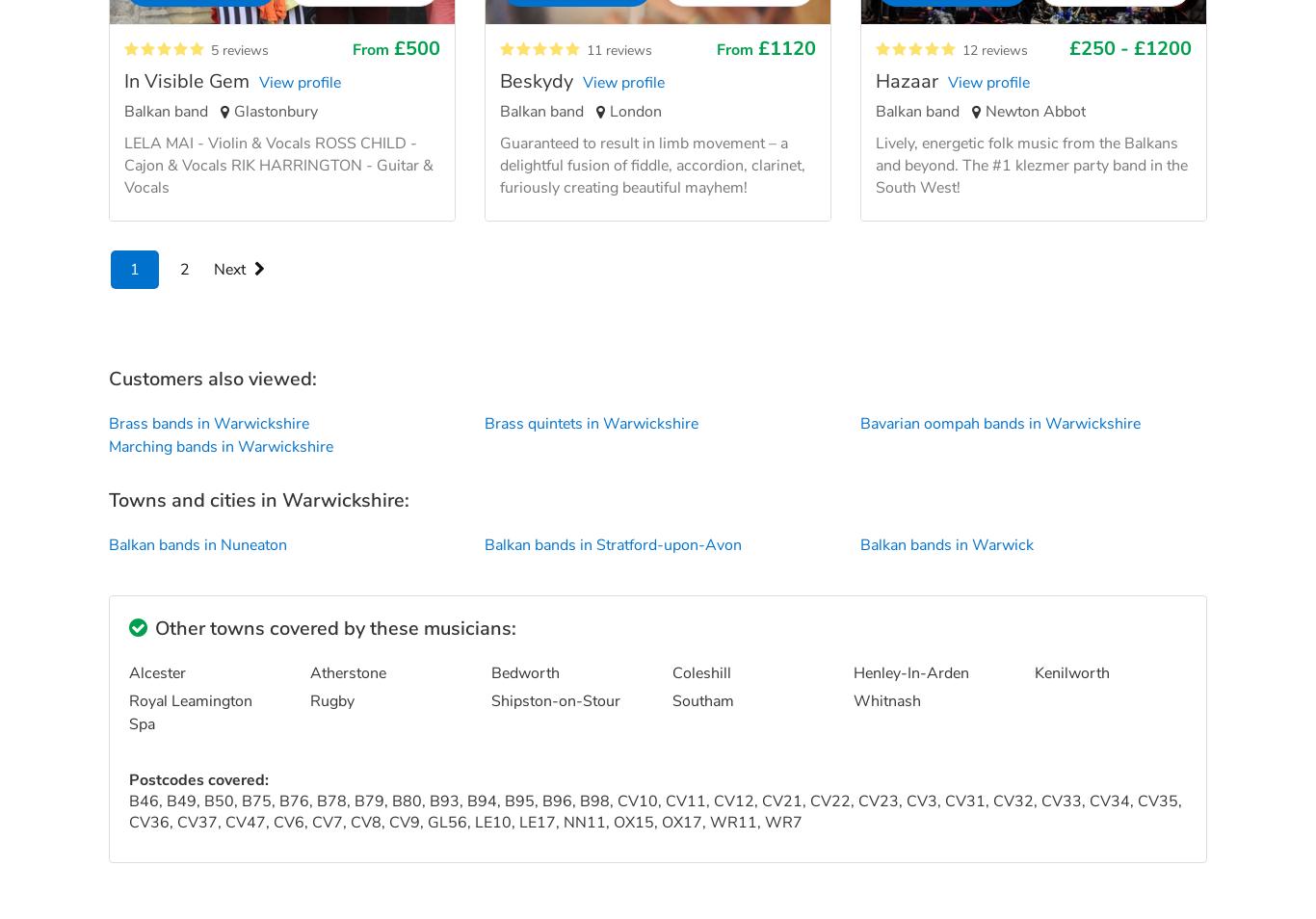 This screenshot has height=919, width=1316. What do you see at coordinates (331, 700) in the screenshot?
I see `'Rugby'` at bounding box center [331, 700].